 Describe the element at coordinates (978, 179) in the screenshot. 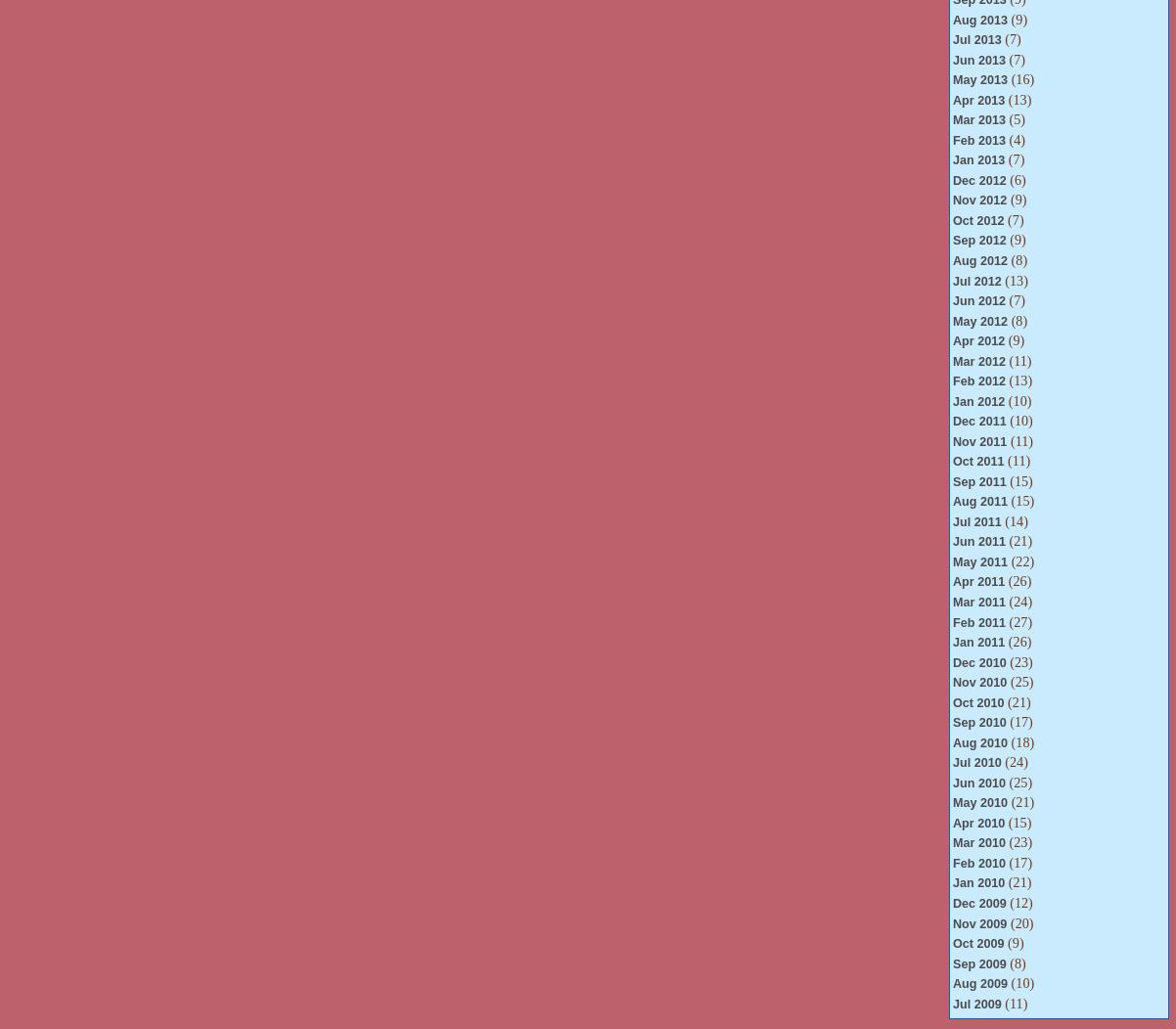

I see `'Dec 2012'` at that location.